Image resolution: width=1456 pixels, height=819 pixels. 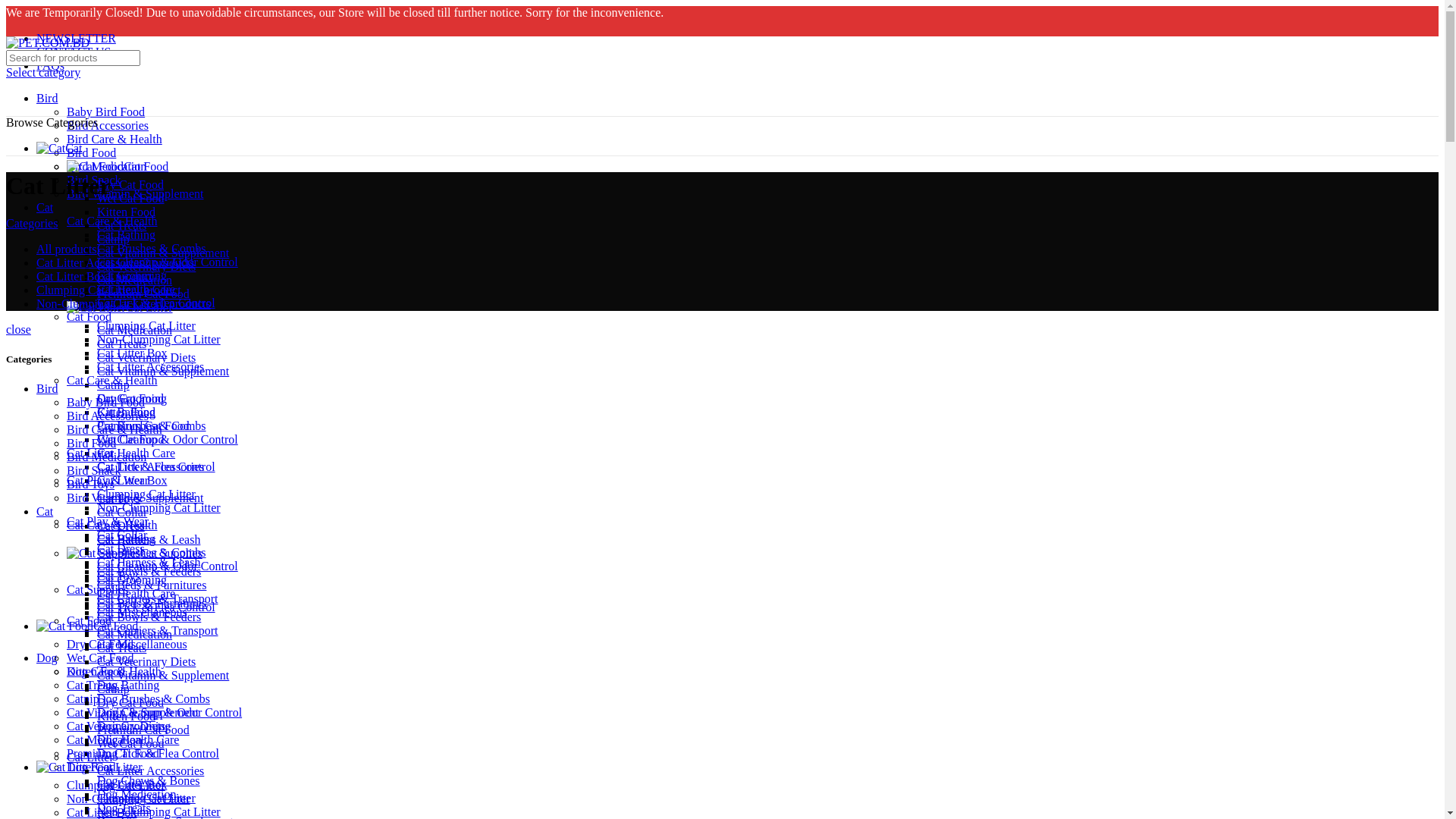 What do you see at coordinates (44, 511) in the screenshot?
I see `'Cat'` at bounding box center [44, 511].